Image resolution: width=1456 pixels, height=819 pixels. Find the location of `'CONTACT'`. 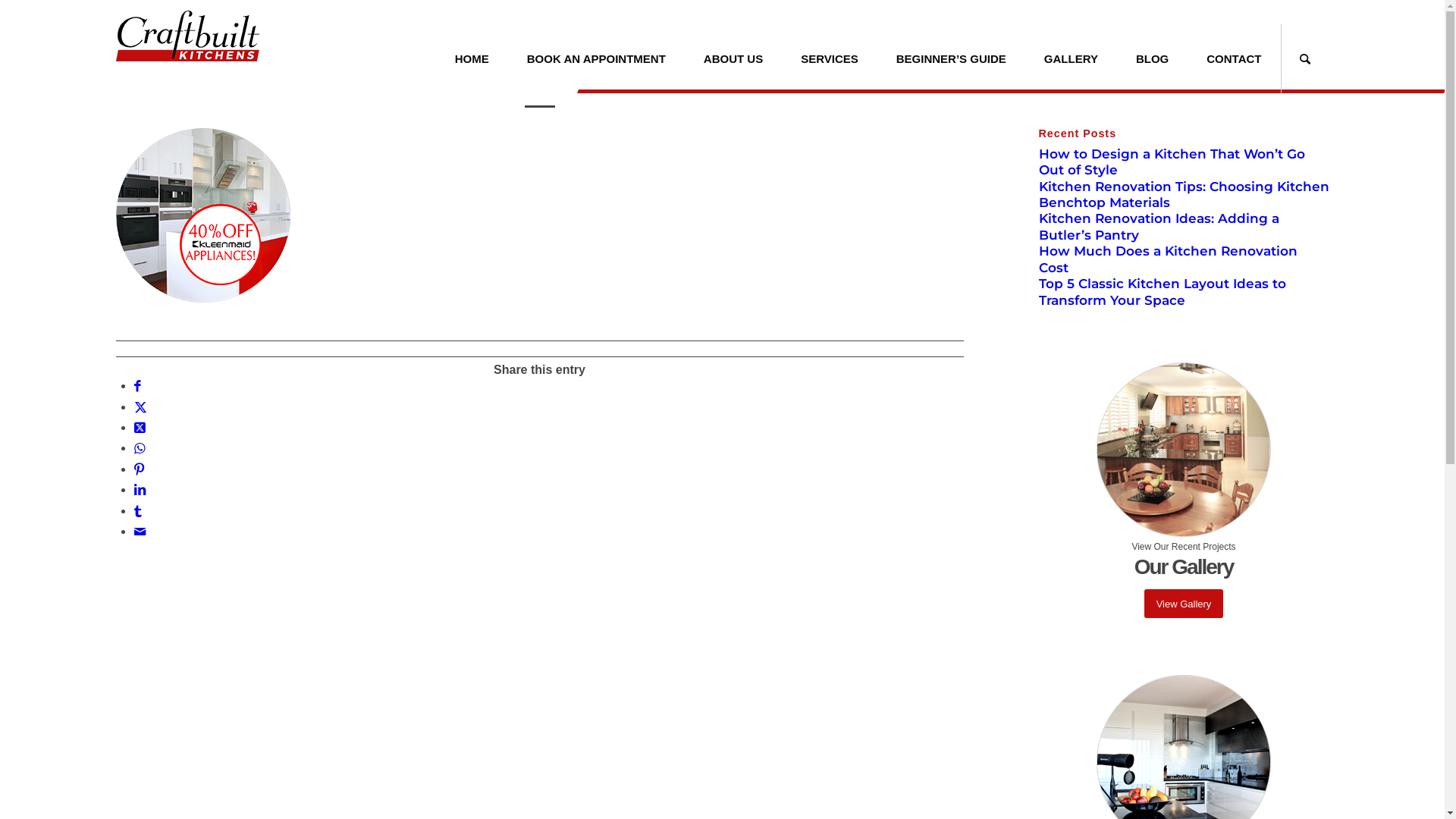

'CONTACT' is located at coordinates (1234, 58).